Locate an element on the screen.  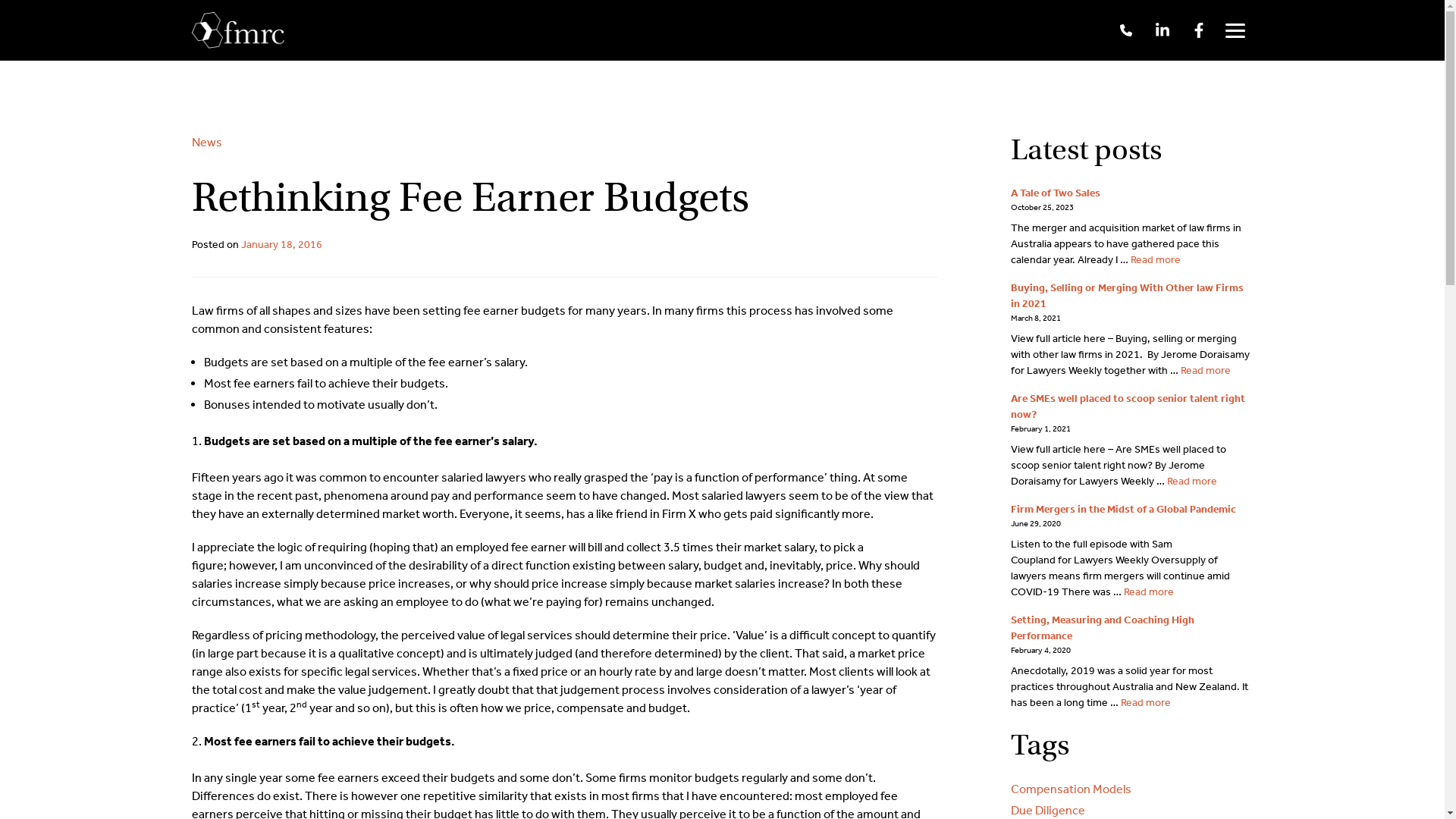
'Are SMEs well placed to scoop senior talent right now?' is located at coordinates (1127, 406).